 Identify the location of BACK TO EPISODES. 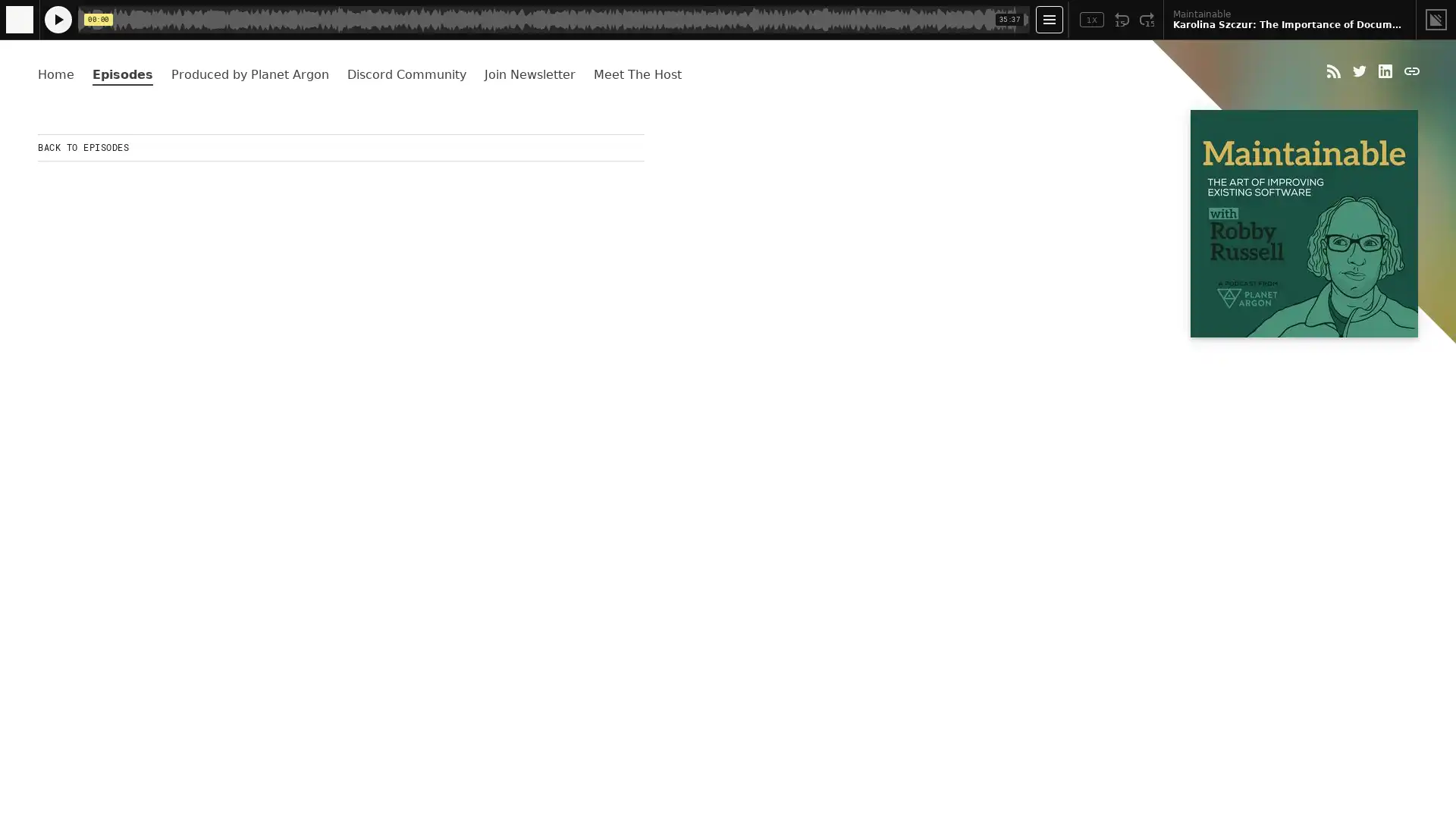
(340, 148).